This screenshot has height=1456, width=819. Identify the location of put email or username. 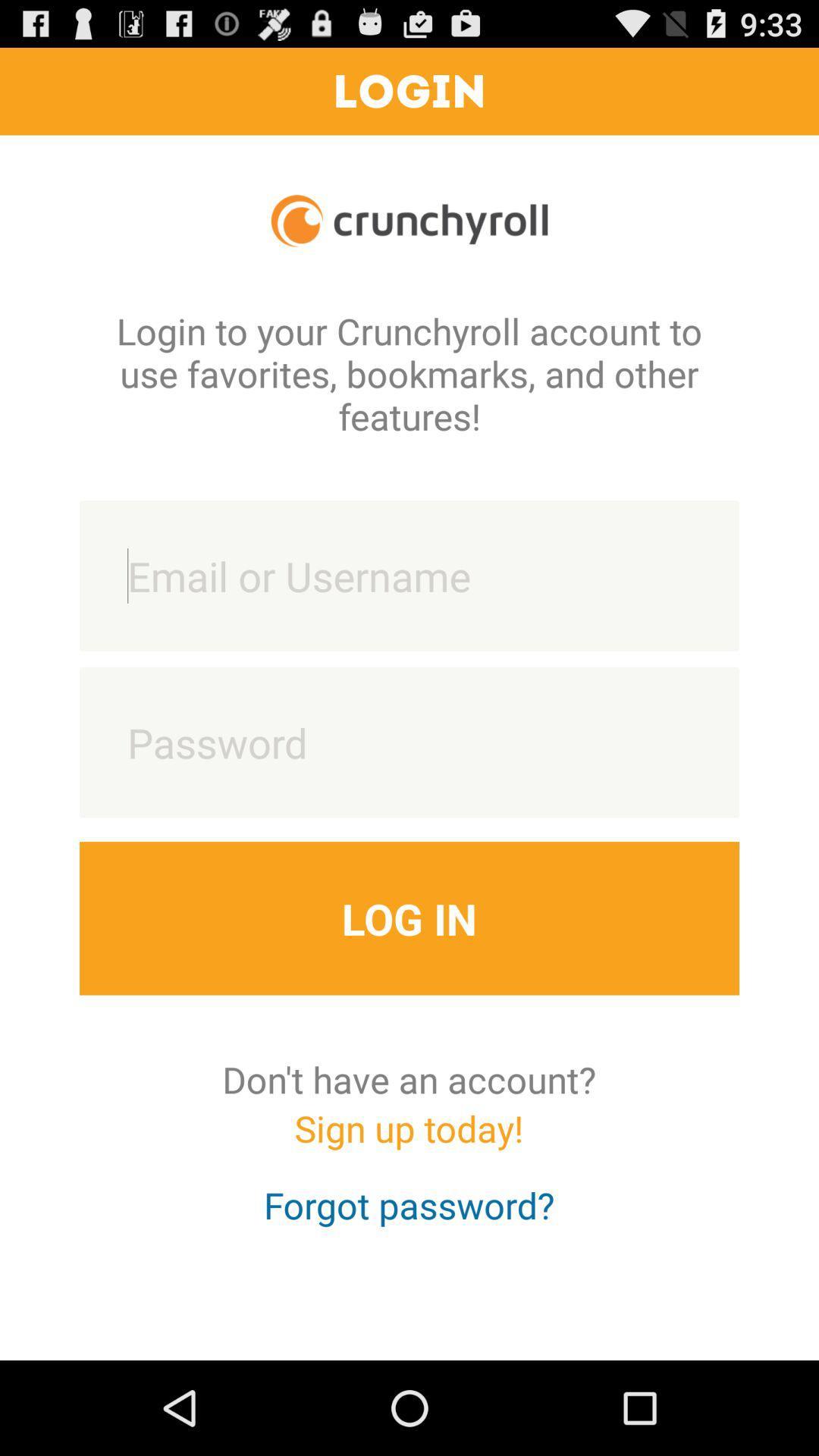
(409, 575).